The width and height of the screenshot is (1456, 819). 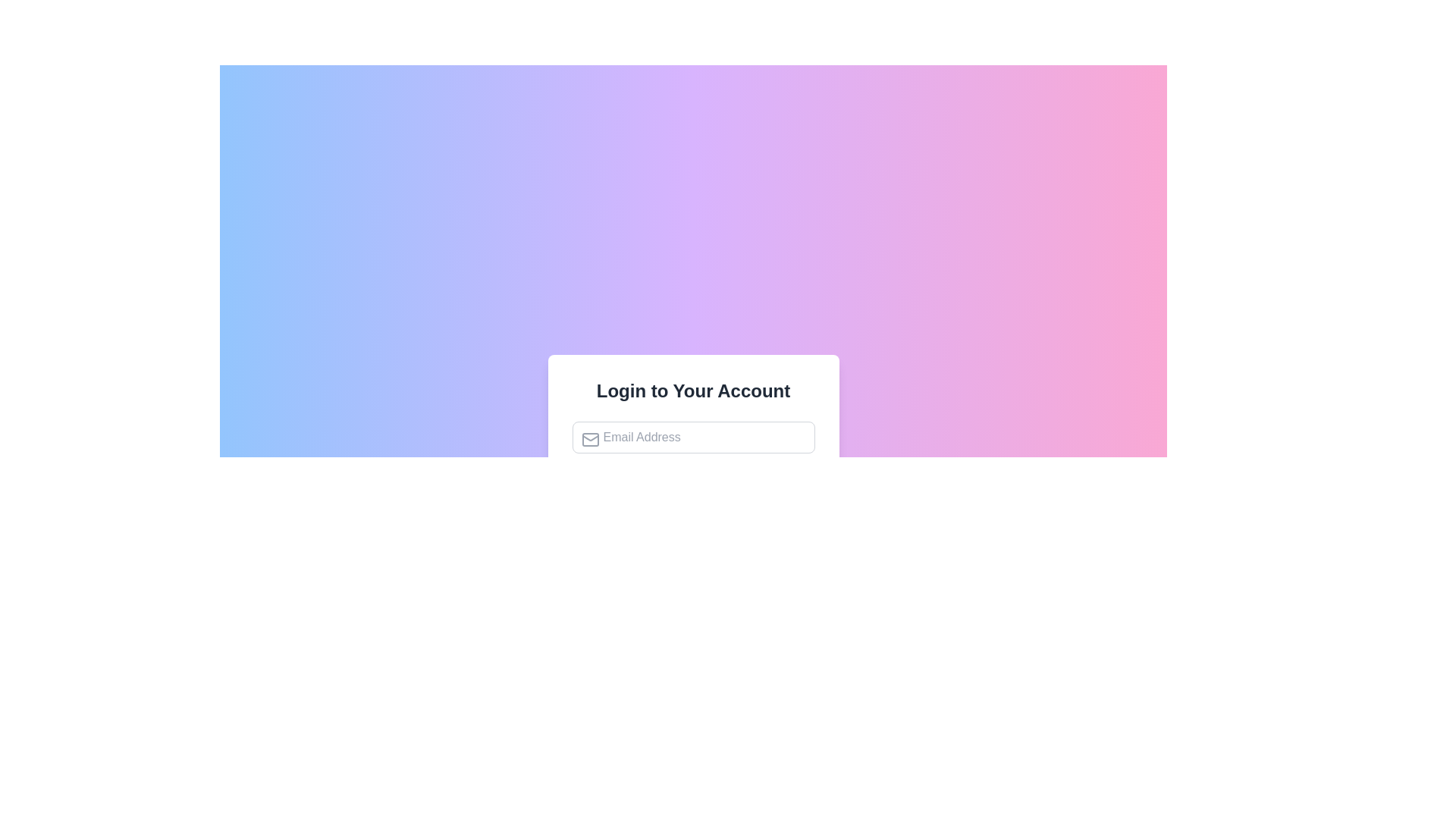 What do you see at coordinates (589, 439) in the screenshot?
I see `the email input field icon located to the left of the email input field within the login form, which serves as a visual representation aiding users in identifying its purpose` at bounding box center [589, 439].